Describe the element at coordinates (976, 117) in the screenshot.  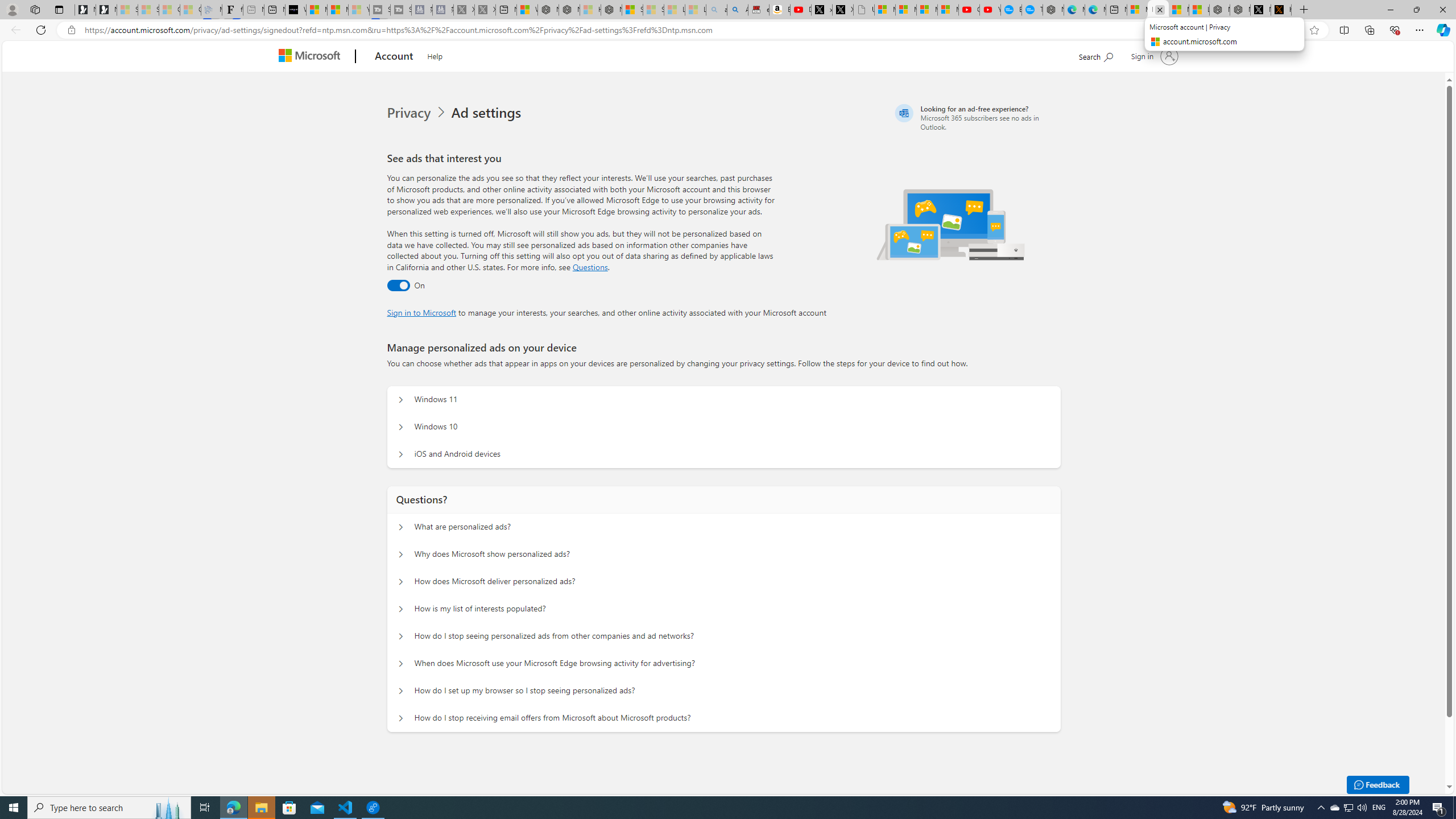
I see `'Looking for an ad-free experience?'` at that location.